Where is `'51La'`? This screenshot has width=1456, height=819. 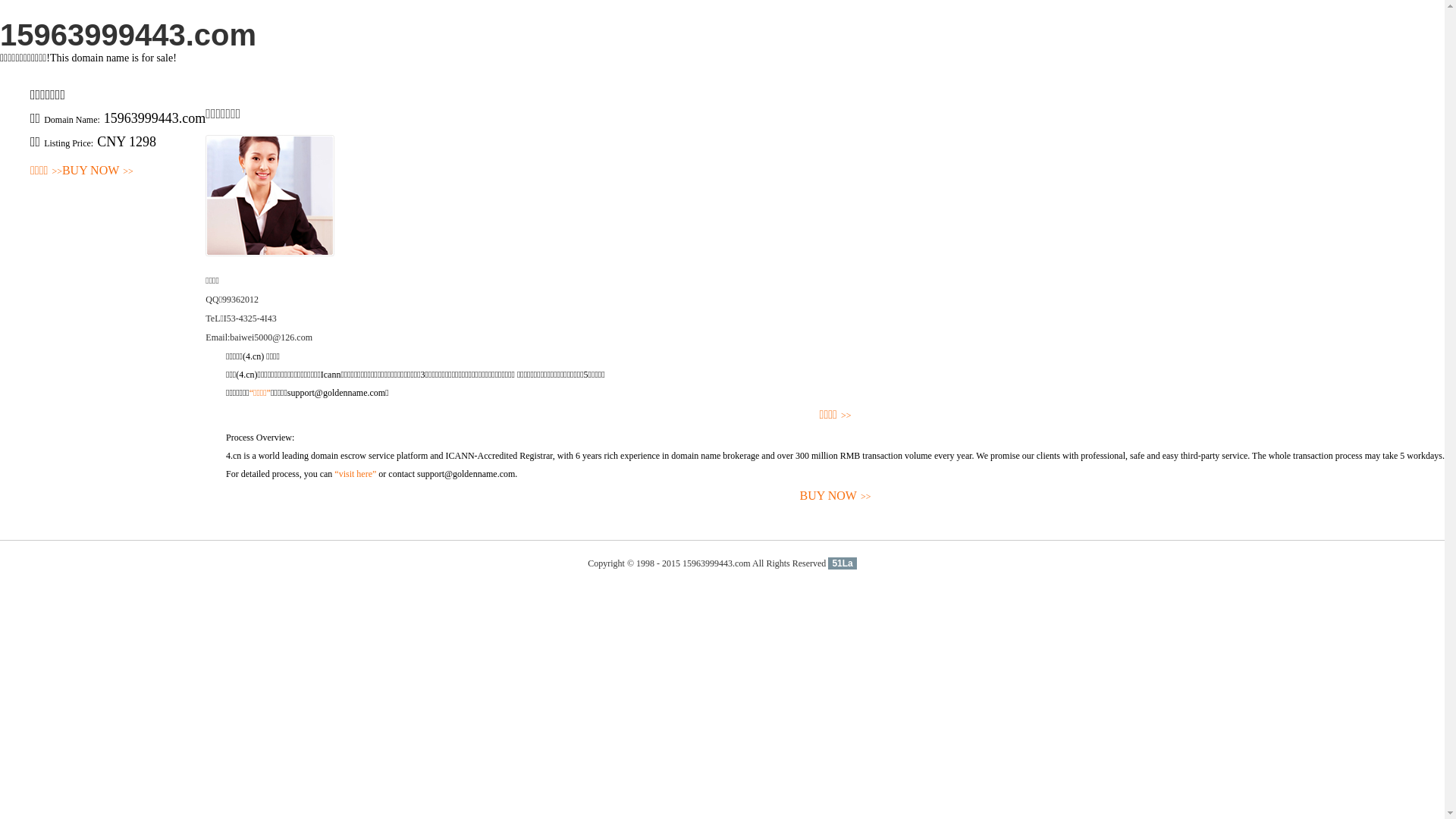
'51La' is located at coordinates (827, 563).